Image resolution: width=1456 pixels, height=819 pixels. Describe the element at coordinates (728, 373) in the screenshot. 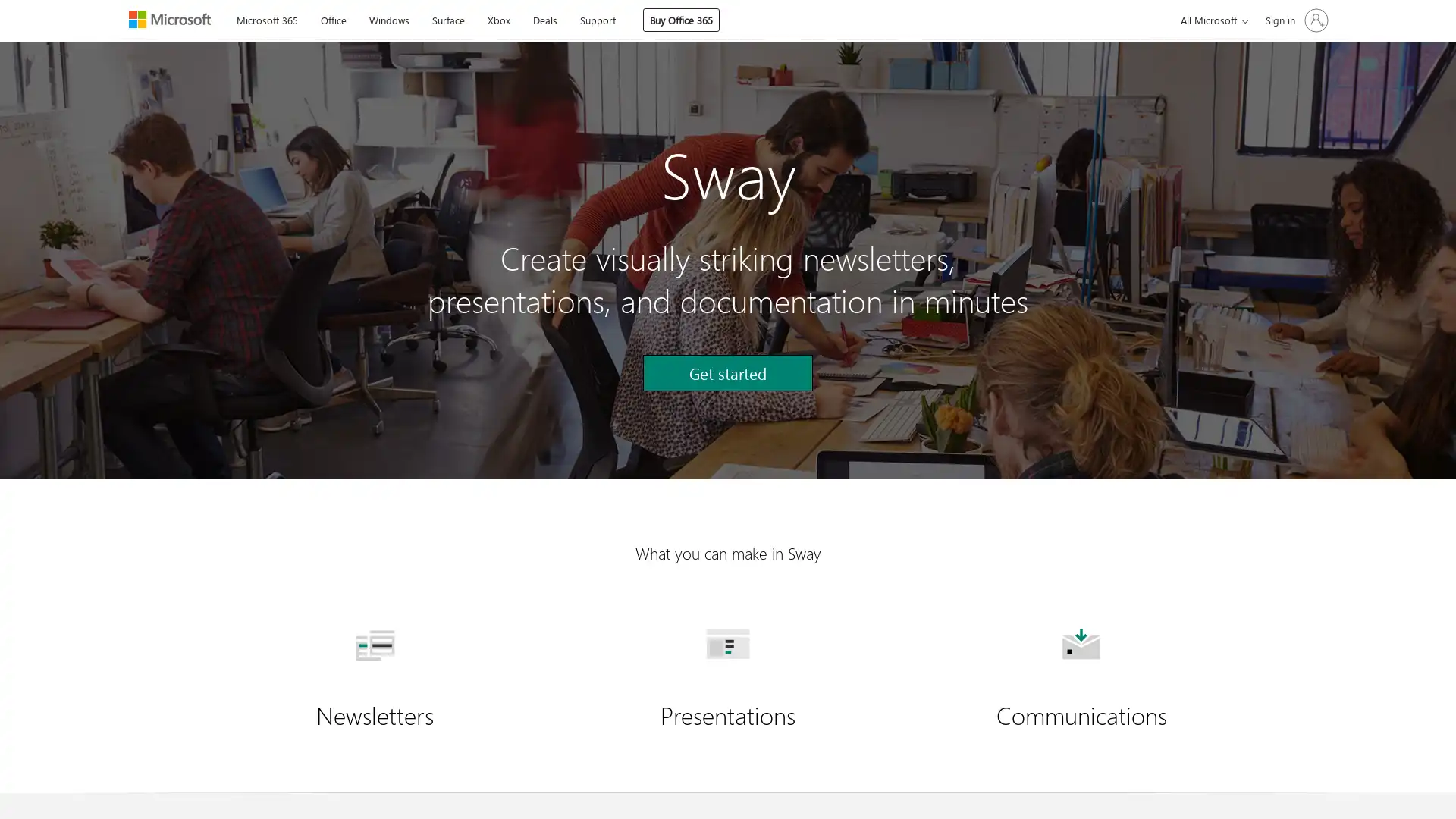

I see `Get started` at that location.